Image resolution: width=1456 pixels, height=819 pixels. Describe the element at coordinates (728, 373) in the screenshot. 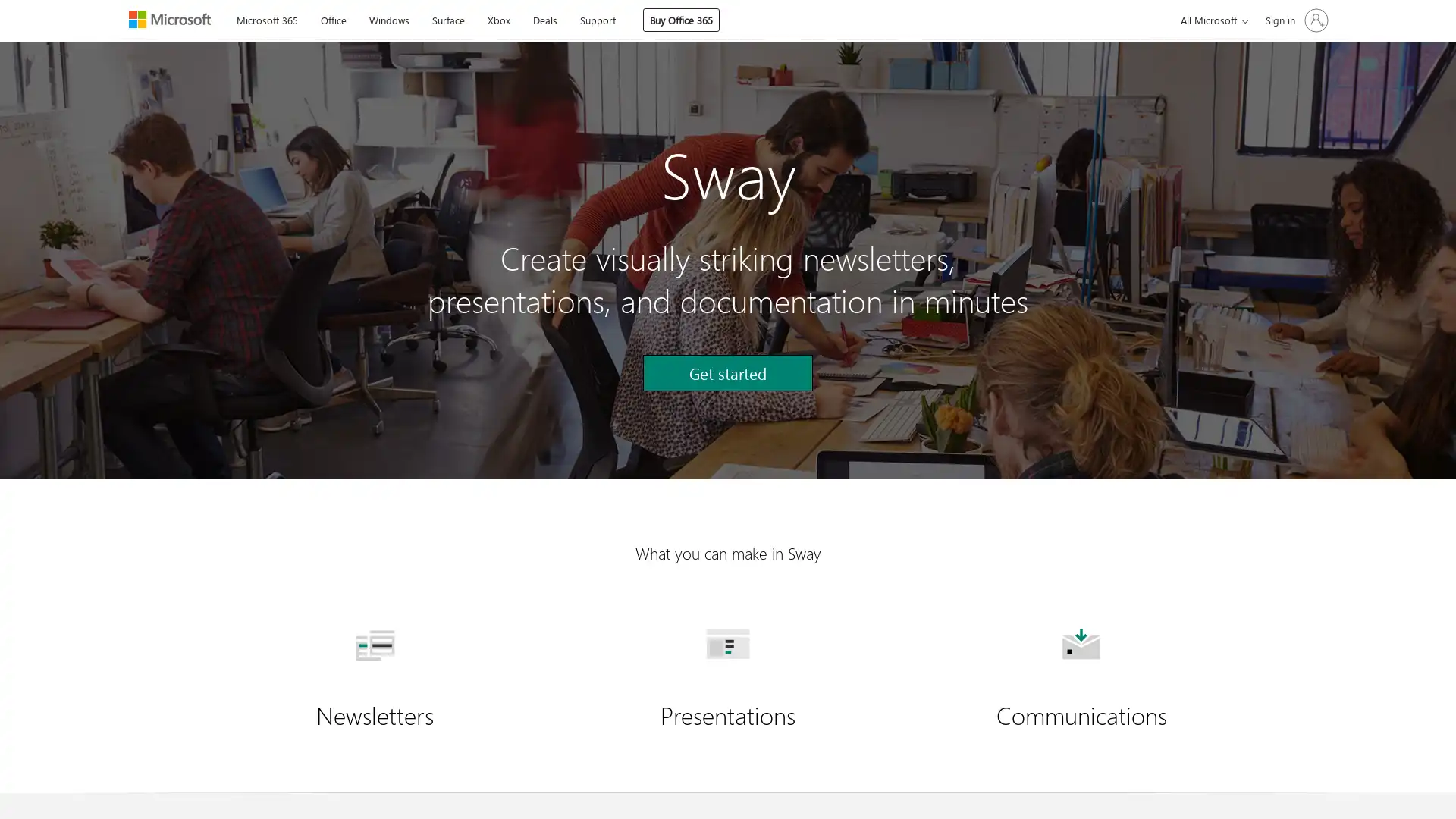

I see `Get started` at that location.